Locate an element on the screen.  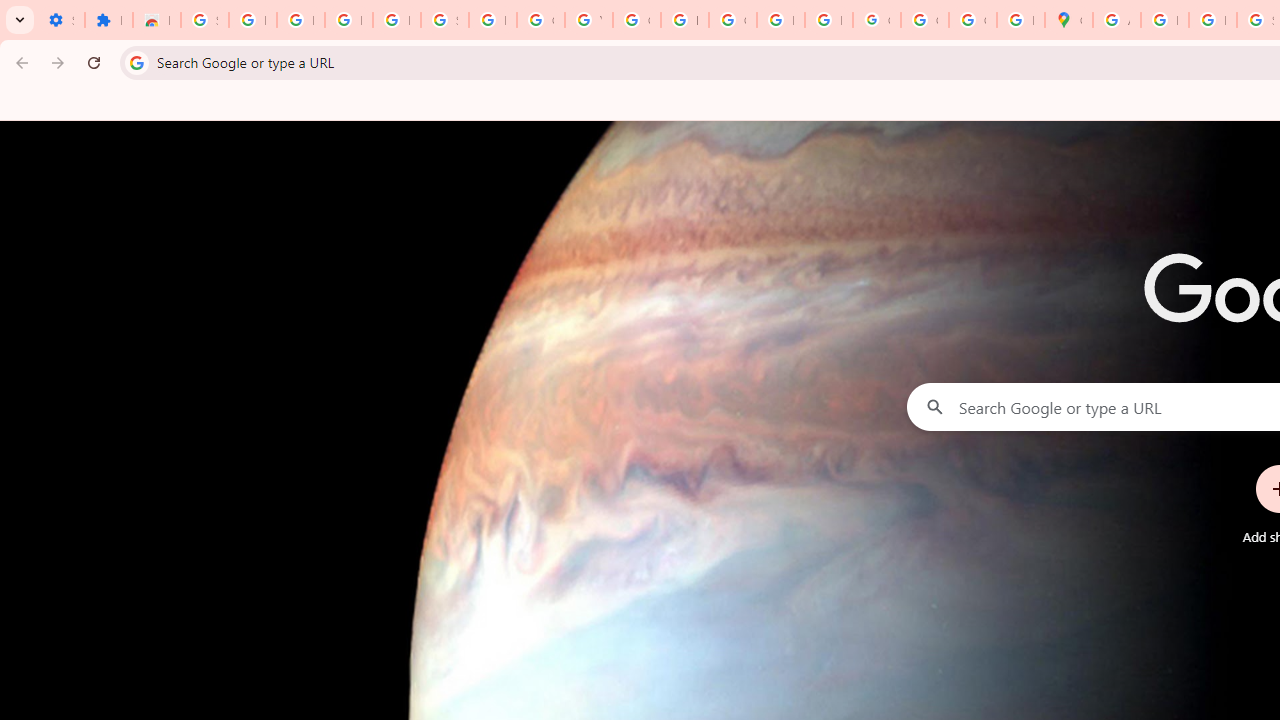
'Delete photos & videos - Computer - Google Photos Help' is located at coordinates (299, 20).